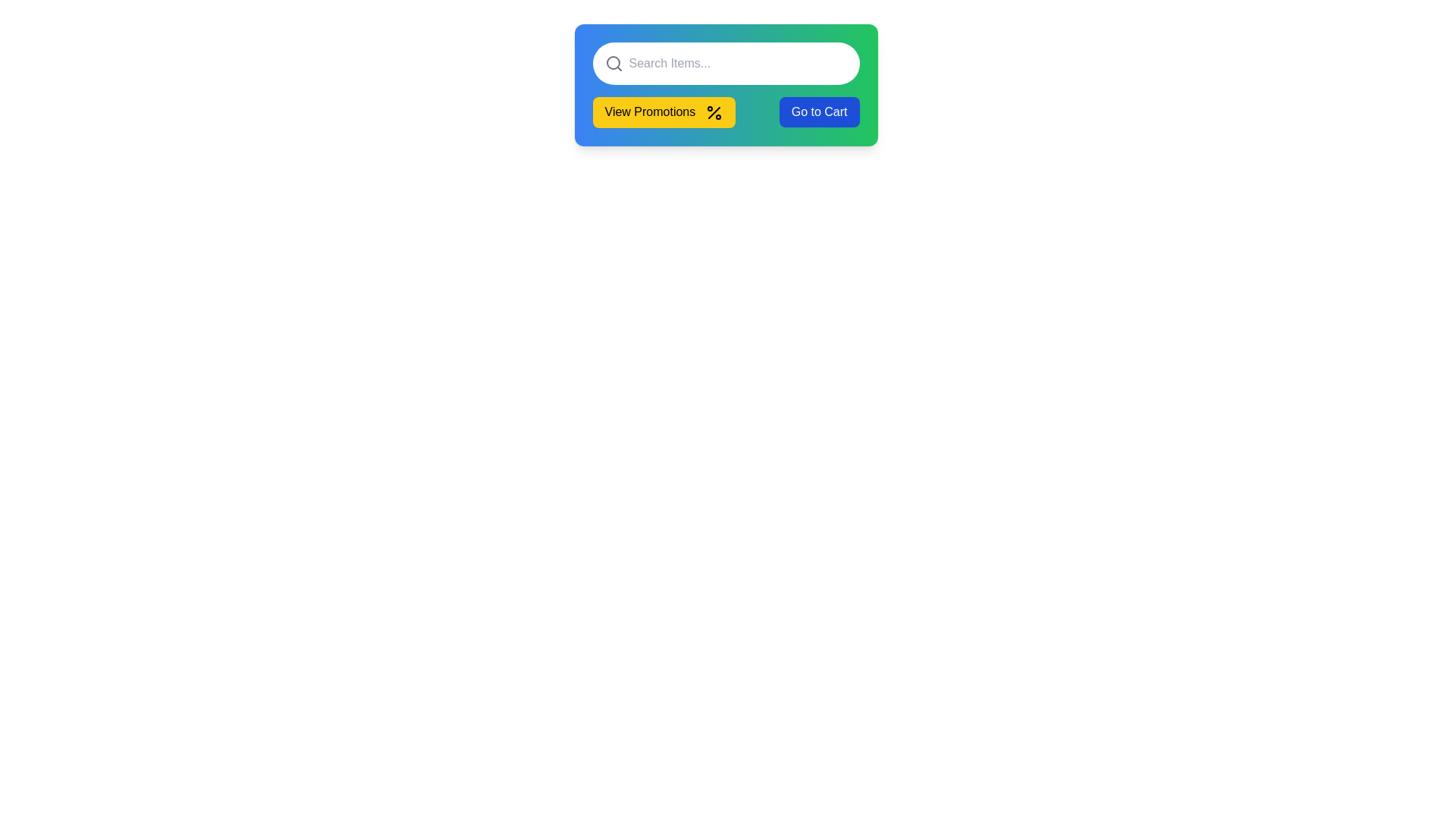 The height and width of the screenshot is (819, 1456). I want to click on the 'View Promotions' button with a yellow background and rounded edges, so click(664, 111).